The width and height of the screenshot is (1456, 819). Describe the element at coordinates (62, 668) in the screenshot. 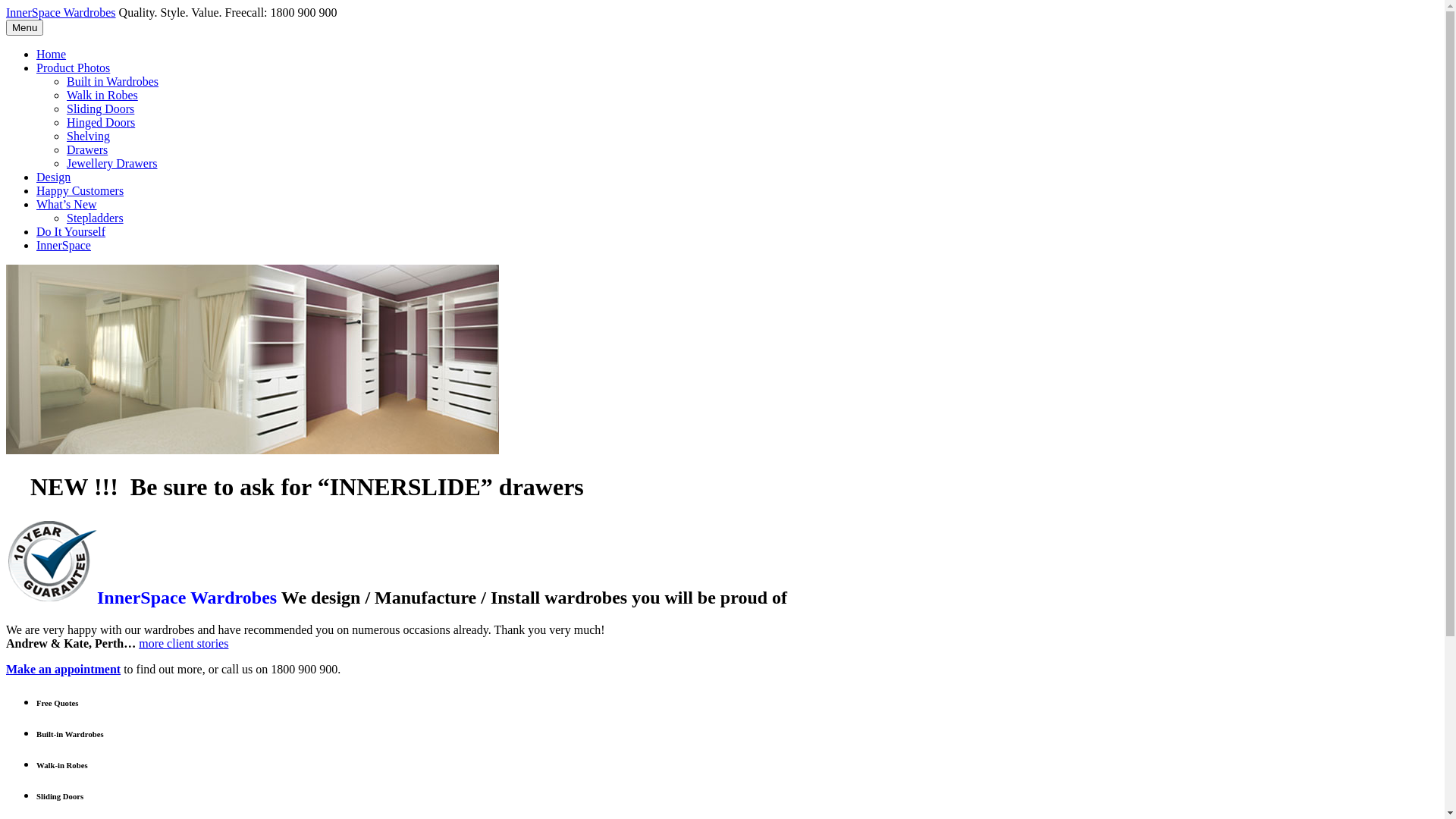

I see `'Make an appointment'` at that location.